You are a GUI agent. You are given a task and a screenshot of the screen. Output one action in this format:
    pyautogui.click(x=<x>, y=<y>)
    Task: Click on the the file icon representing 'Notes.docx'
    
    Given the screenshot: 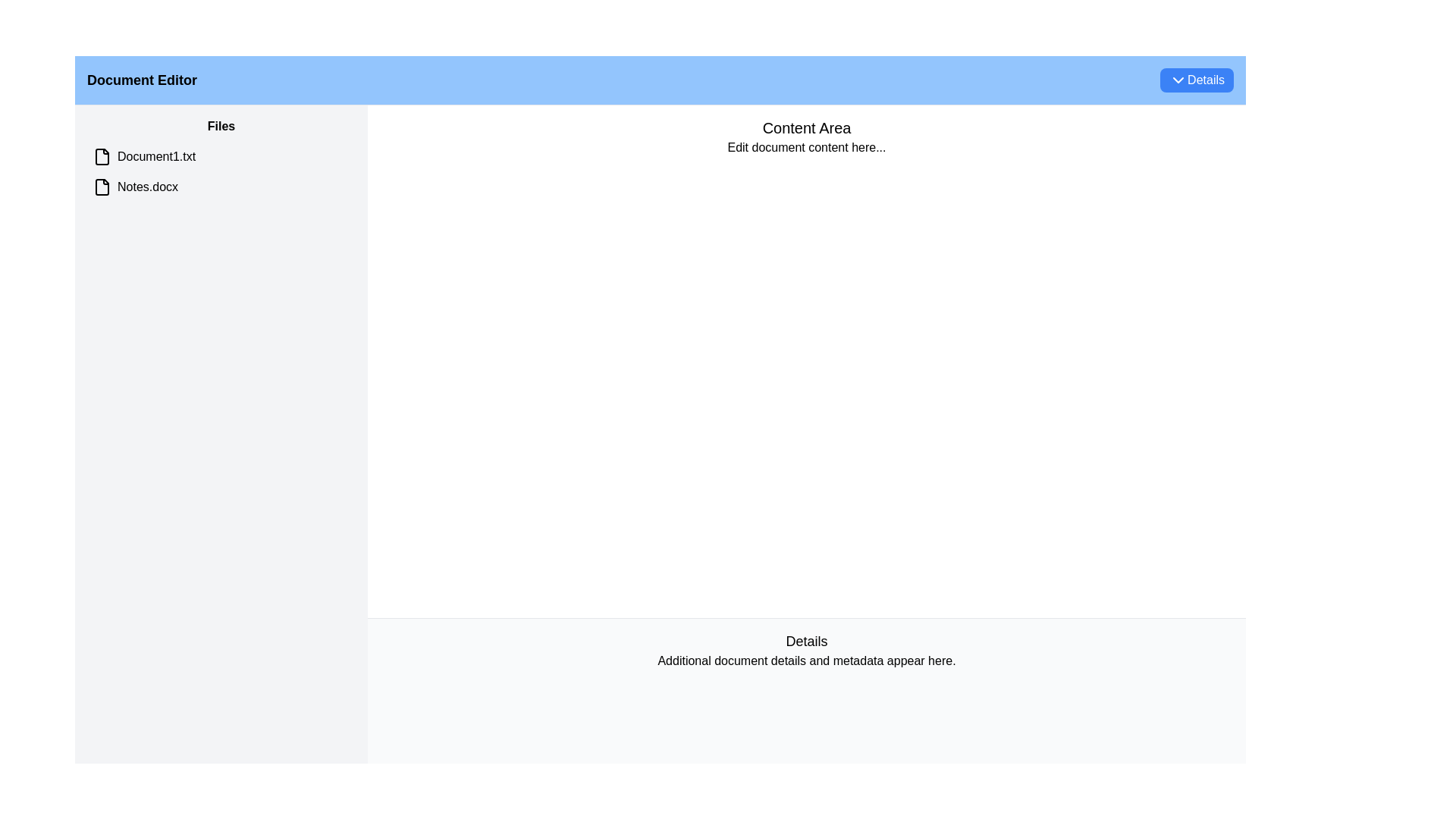 What is the action you would take?
    pyautogui.click(x=101, y=186)
    